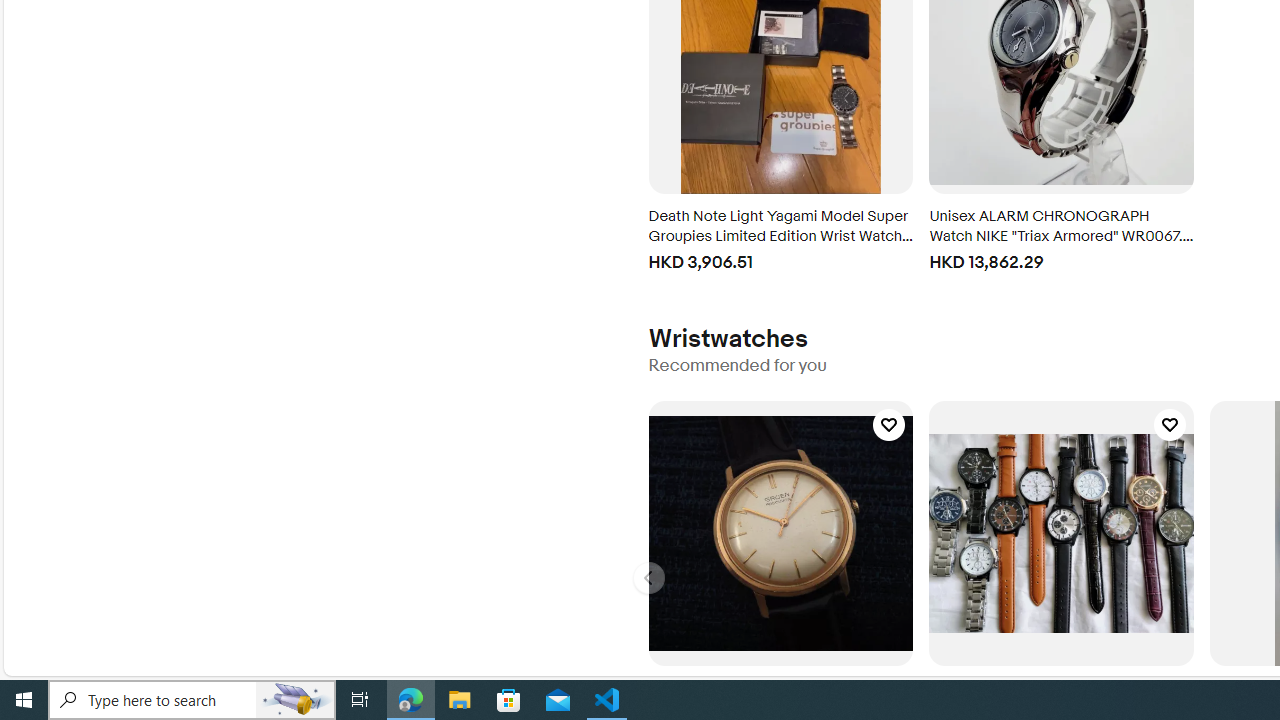 Image resolution: width=1280 pixels, height=720 pixels. What do you see at coordinates (648, 578) in the screenshot?
I see `'Go to the previous slide, Wristwatches - Carousel'` at bounding box center [648, 578].